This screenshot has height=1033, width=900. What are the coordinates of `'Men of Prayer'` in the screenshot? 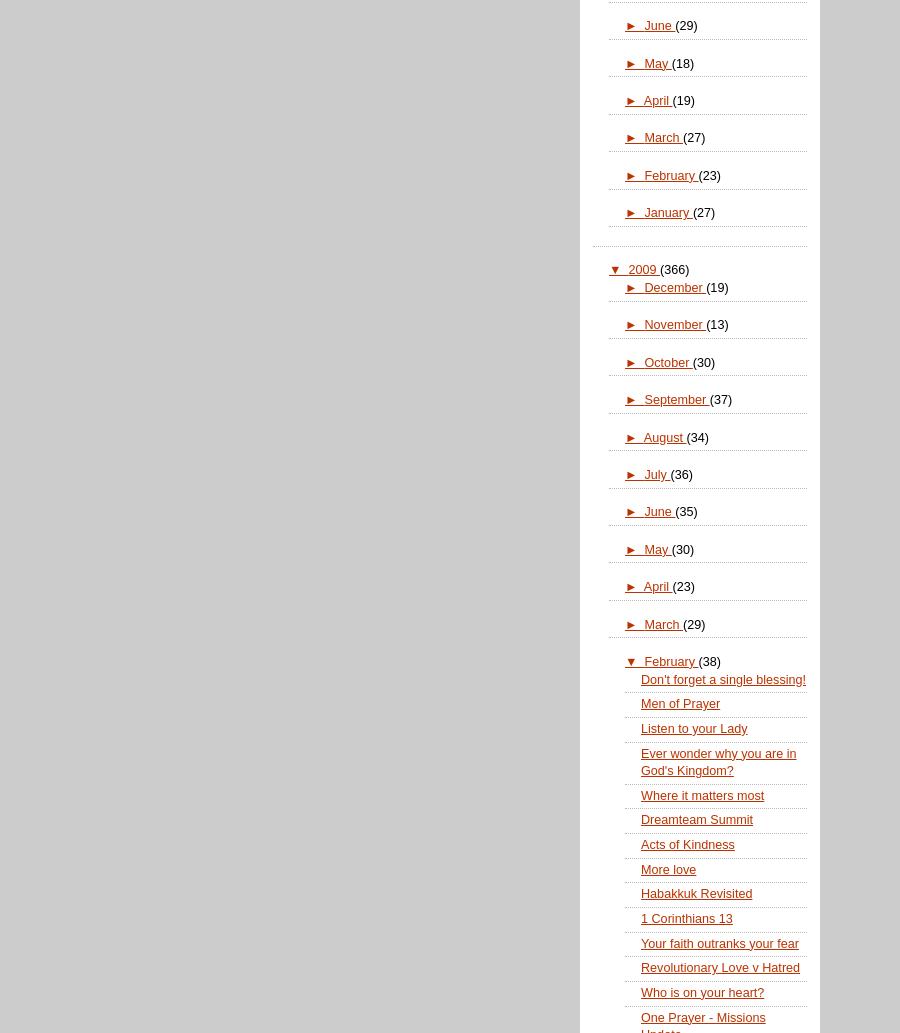 It's located at (679, 703).